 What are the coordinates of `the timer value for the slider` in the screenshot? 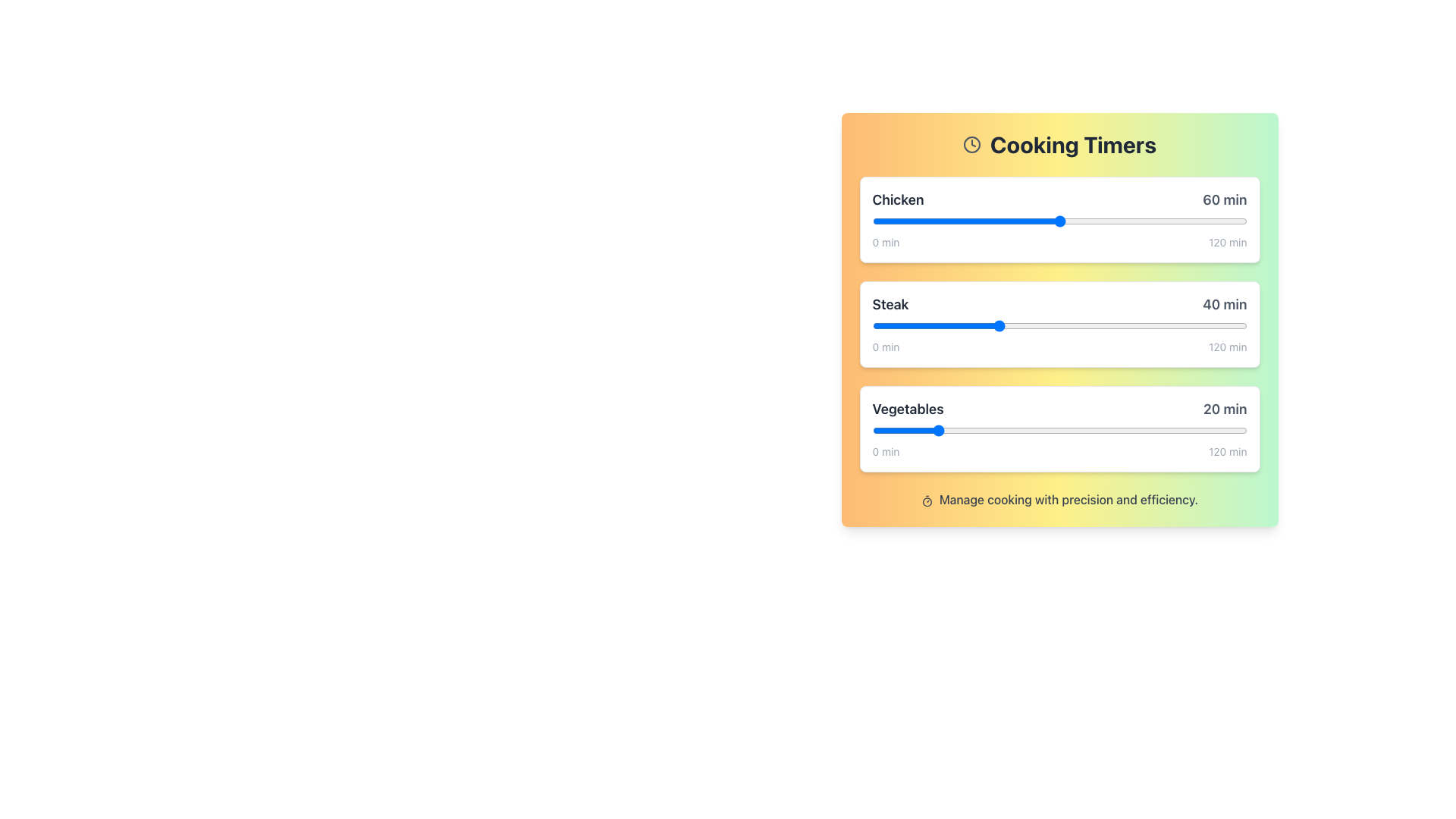 It's located at (909, 325).